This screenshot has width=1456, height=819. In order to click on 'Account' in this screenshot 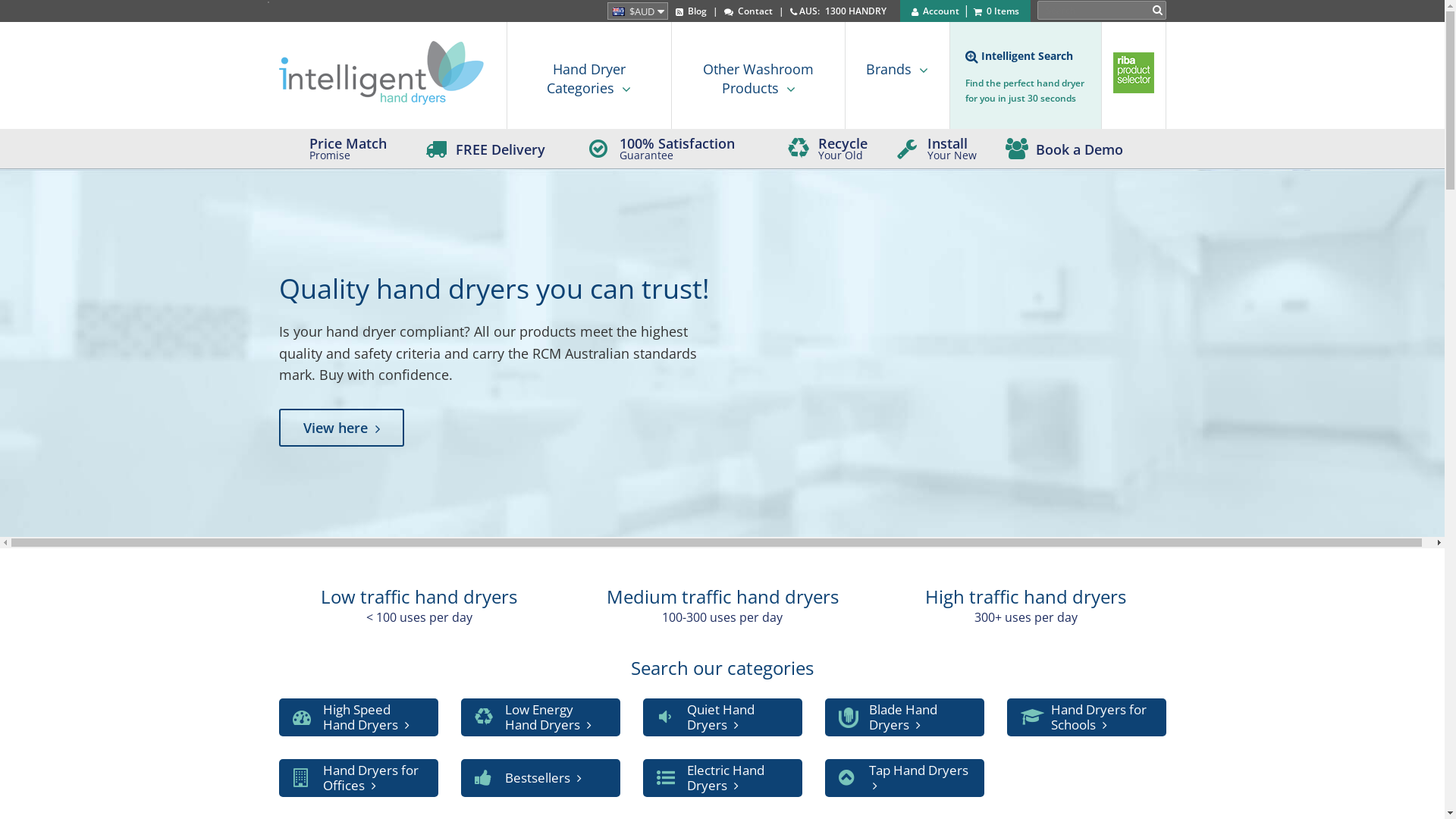, I will do `click(910, 11)`.